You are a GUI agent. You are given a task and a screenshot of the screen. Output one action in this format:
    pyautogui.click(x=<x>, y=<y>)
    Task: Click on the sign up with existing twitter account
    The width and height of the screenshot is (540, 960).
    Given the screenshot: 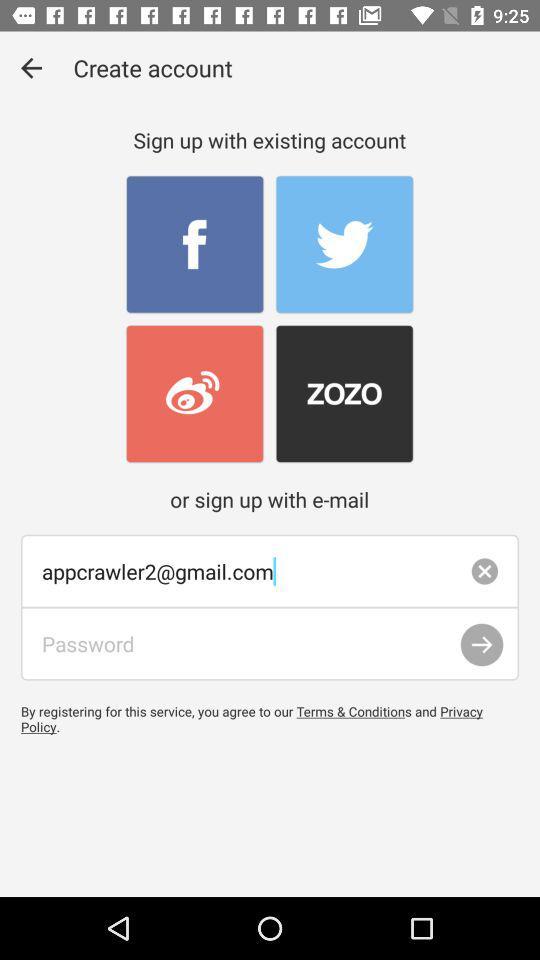 What is the action you would take?
    pyautogui.click(x=343, y=244)
    